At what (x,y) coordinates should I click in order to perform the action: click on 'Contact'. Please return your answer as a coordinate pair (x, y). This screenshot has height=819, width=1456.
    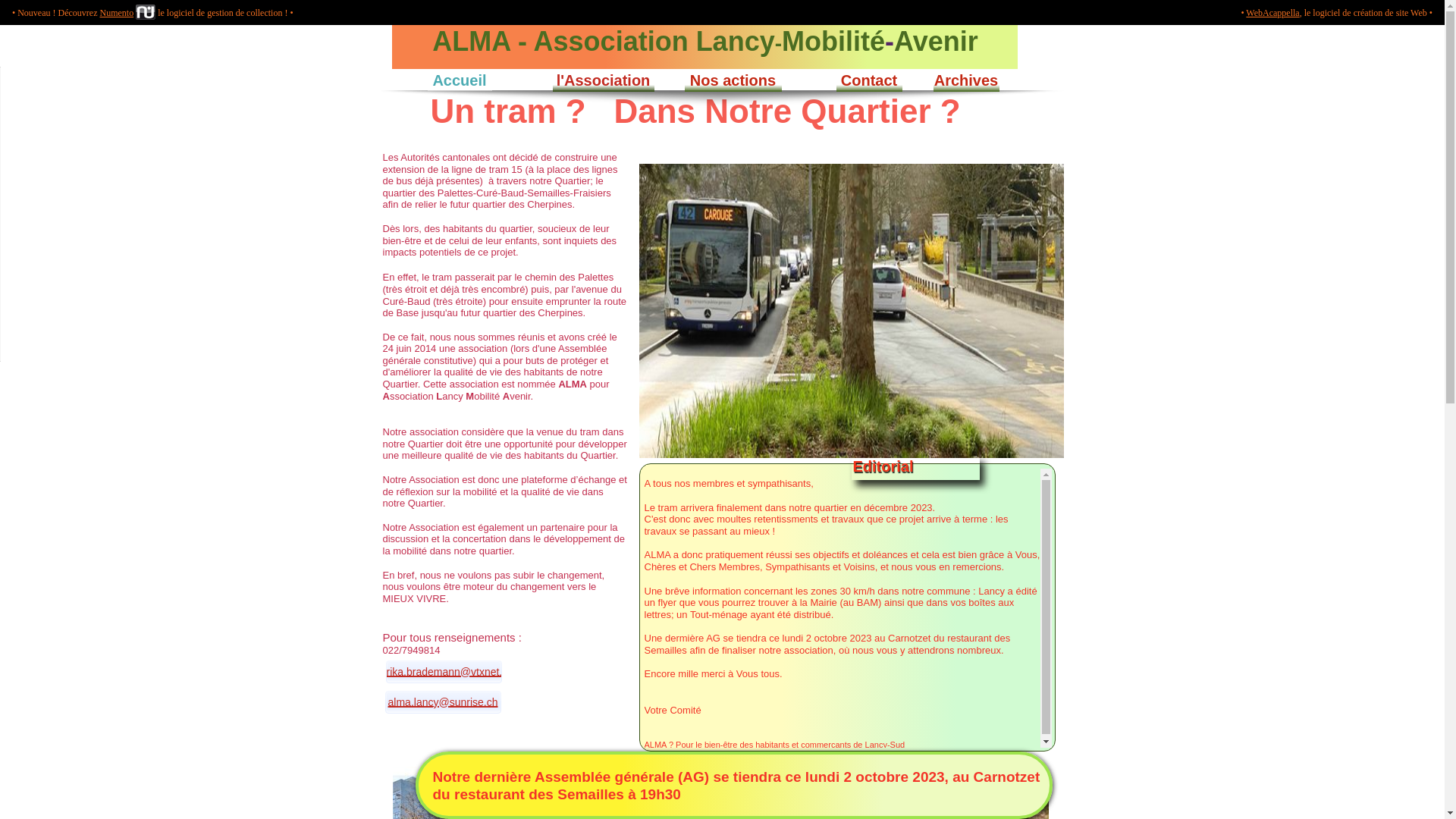
    Looking at the image, I should click on (869, 79).